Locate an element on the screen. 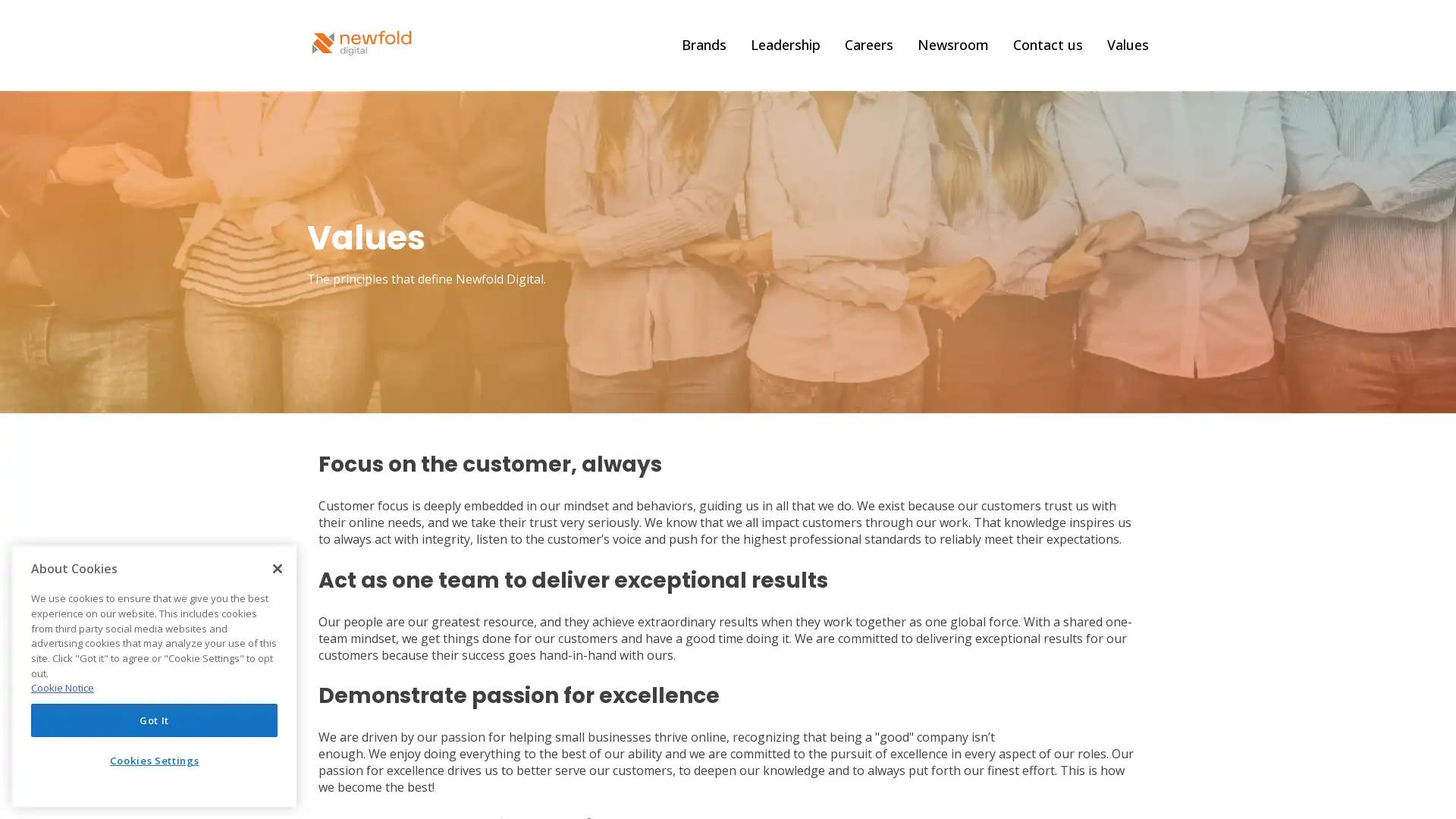 The height and width of the screenshot is (819, 1456). Got It is located at coordinates (154, 719).